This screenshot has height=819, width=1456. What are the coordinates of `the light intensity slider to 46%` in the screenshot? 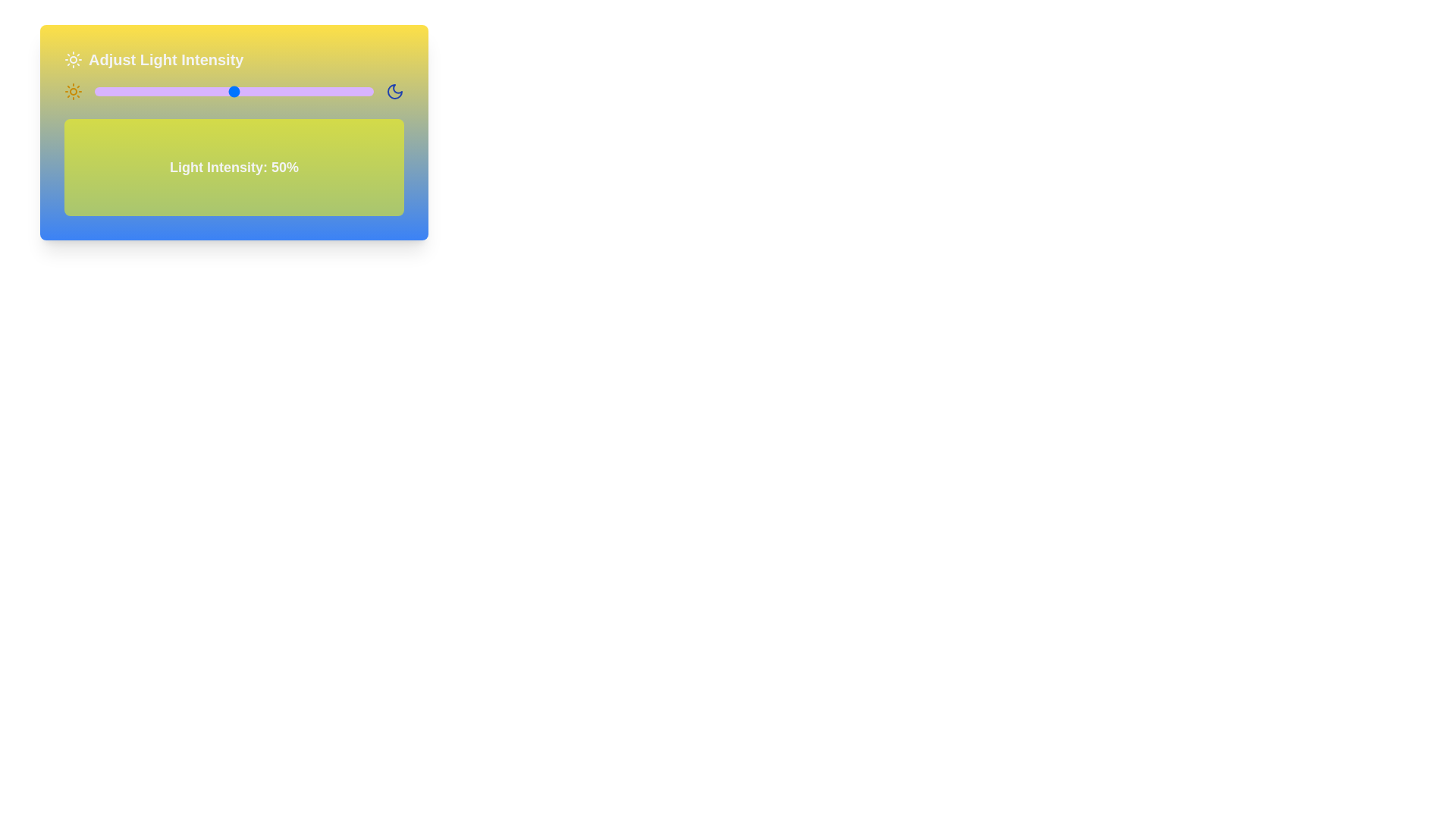 It's located at (222, 91).